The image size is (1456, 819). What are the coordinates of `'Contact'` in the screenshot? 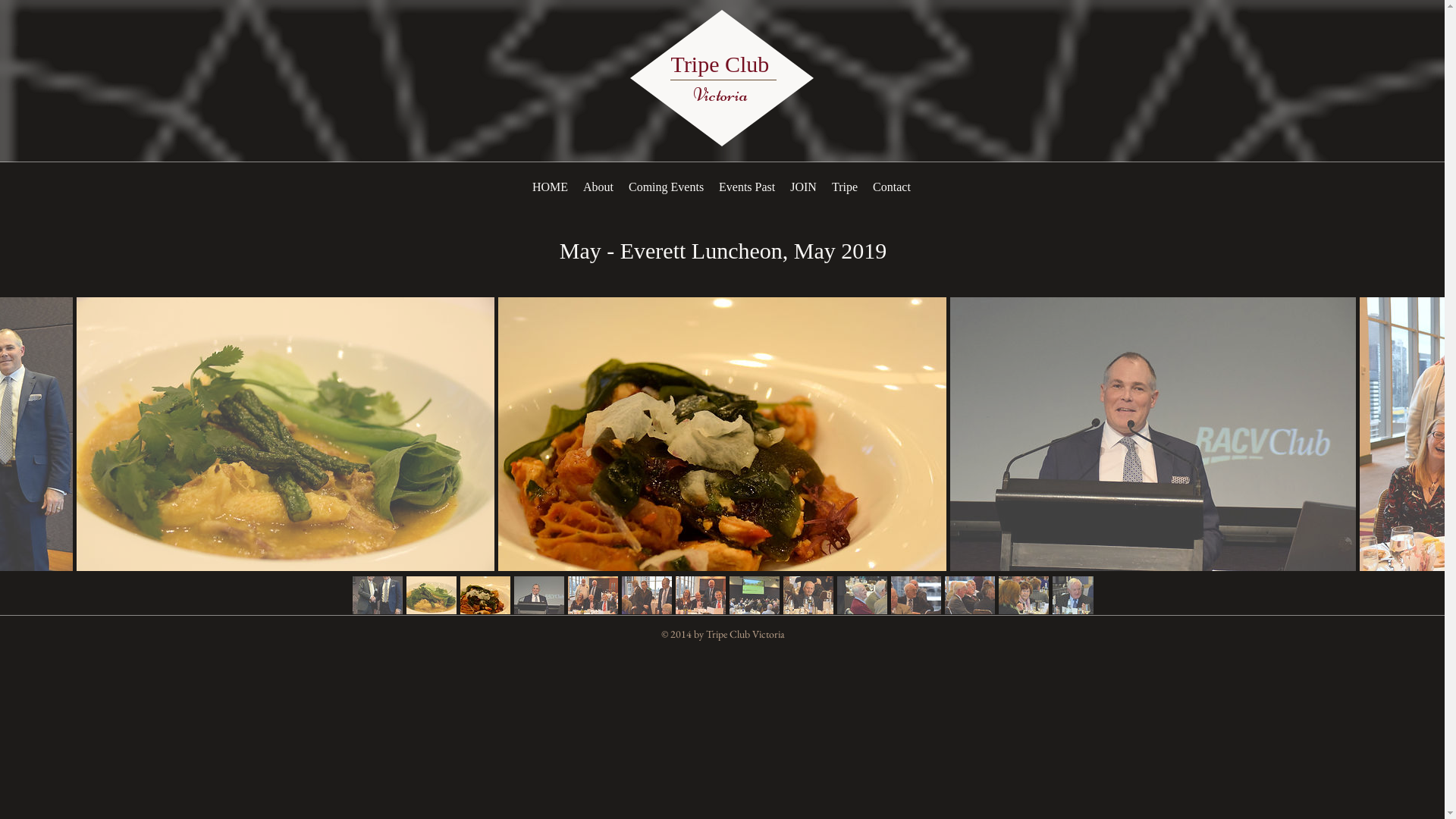 It's located at (865, 186).